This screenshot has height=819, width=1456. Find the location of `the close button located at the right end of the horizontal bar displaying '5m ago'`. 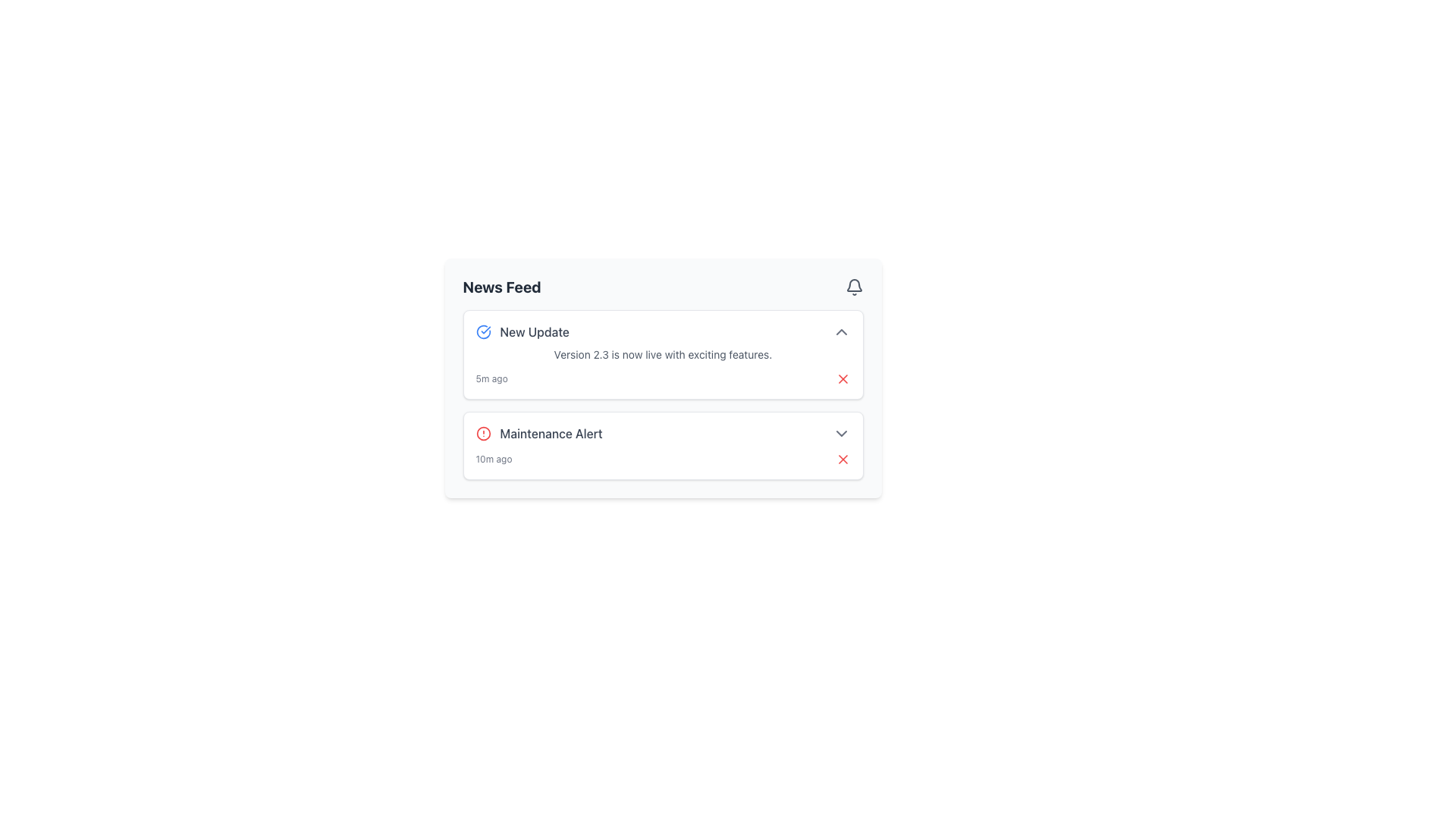

the close button located at the right end of the horizontal bar displaying '5m ago' is located at coordinates (842, 378).